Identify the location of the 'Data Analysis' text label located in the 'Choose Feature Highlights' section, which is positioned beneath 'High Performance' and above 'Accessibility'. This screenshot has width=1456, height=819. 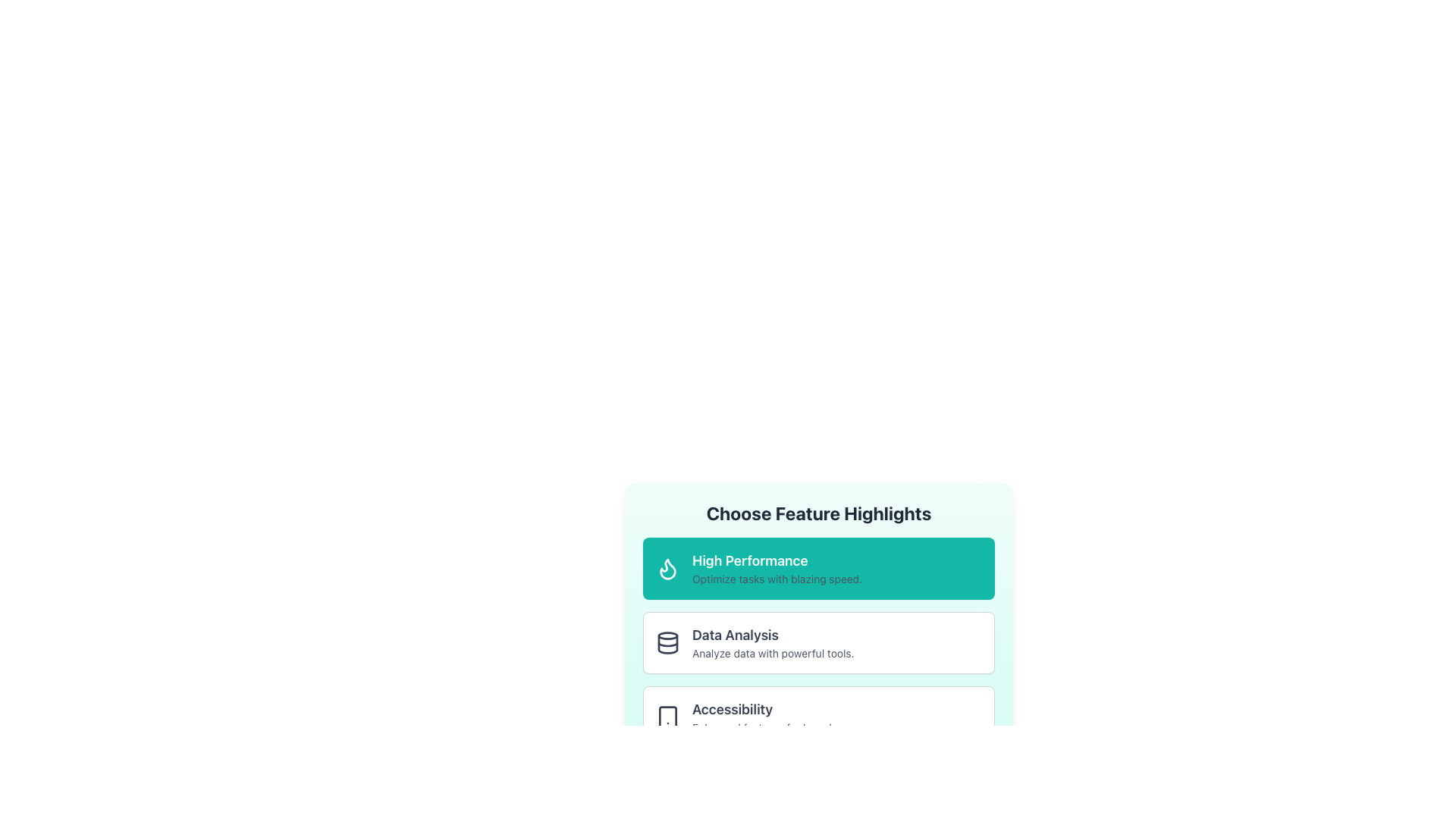
(773, 635).